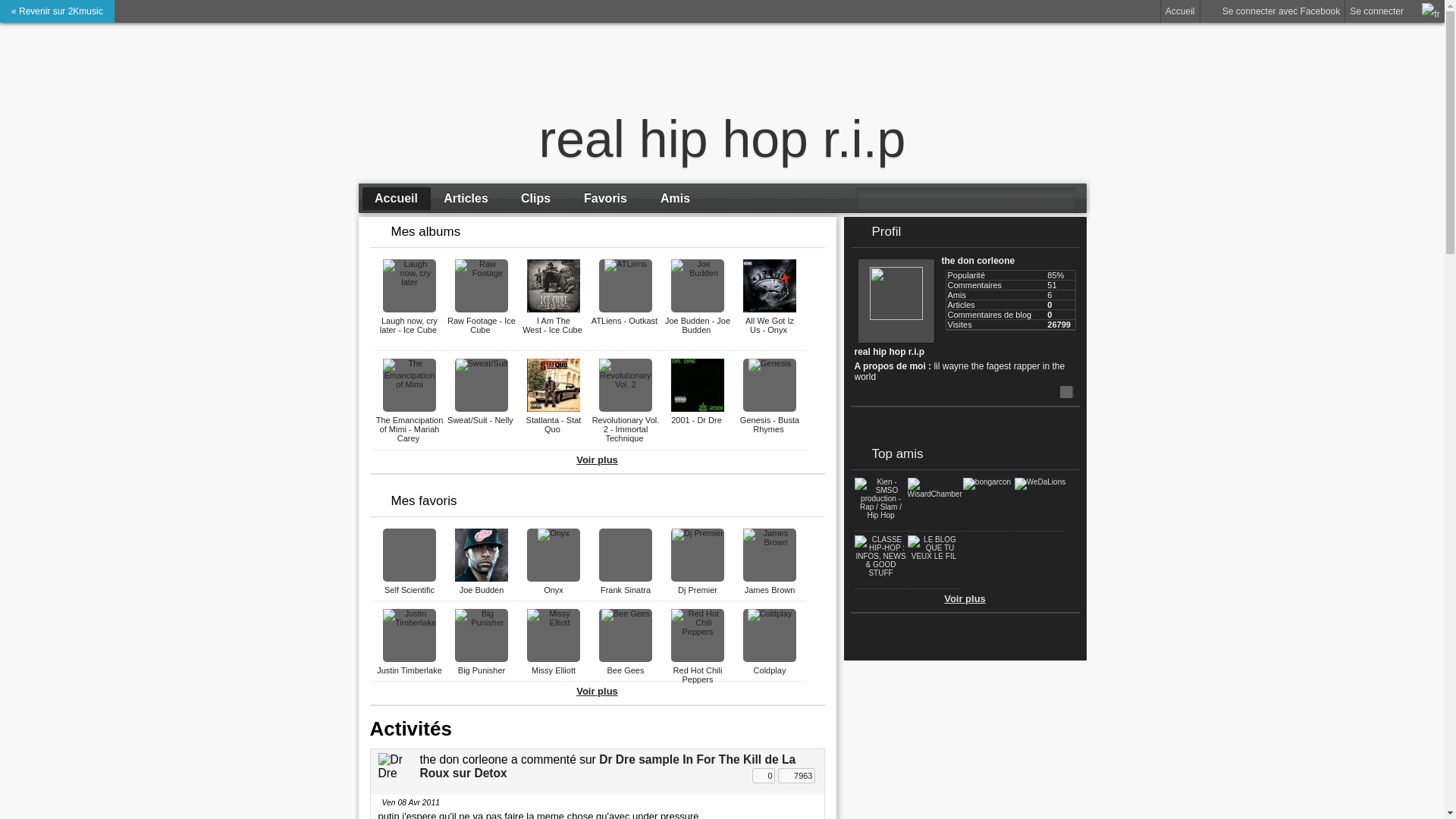  What do you see at coordinates (531, 669) in the screenshot?
I see `'Missy Elliott'` at bounding box center [531, 669].